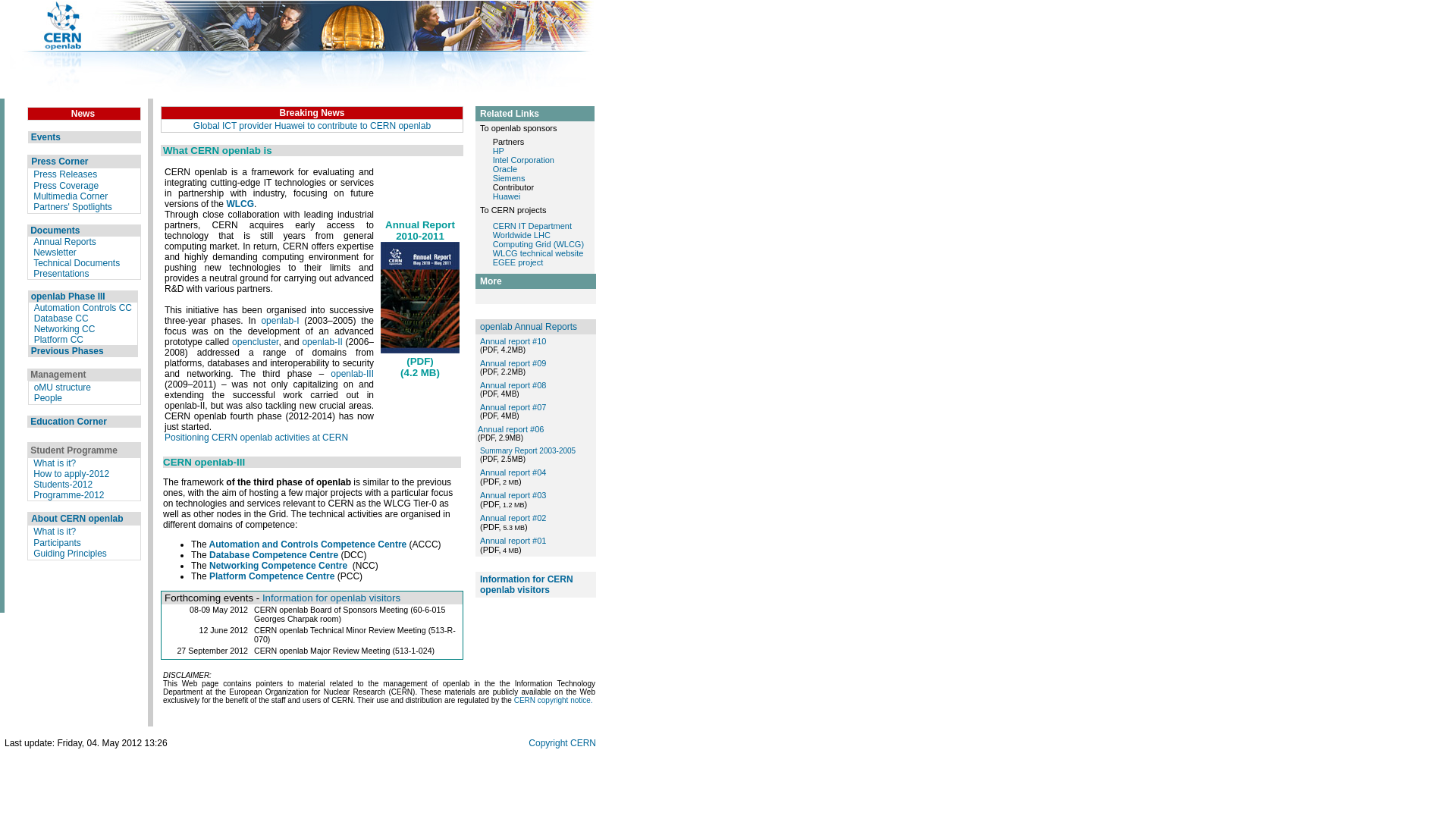 This screenshot has width=1456, height=819. What do you see at coordinates (64, 241) in the screenshot?
I see `'Annual Reports'` at bounding box center [64, 241].